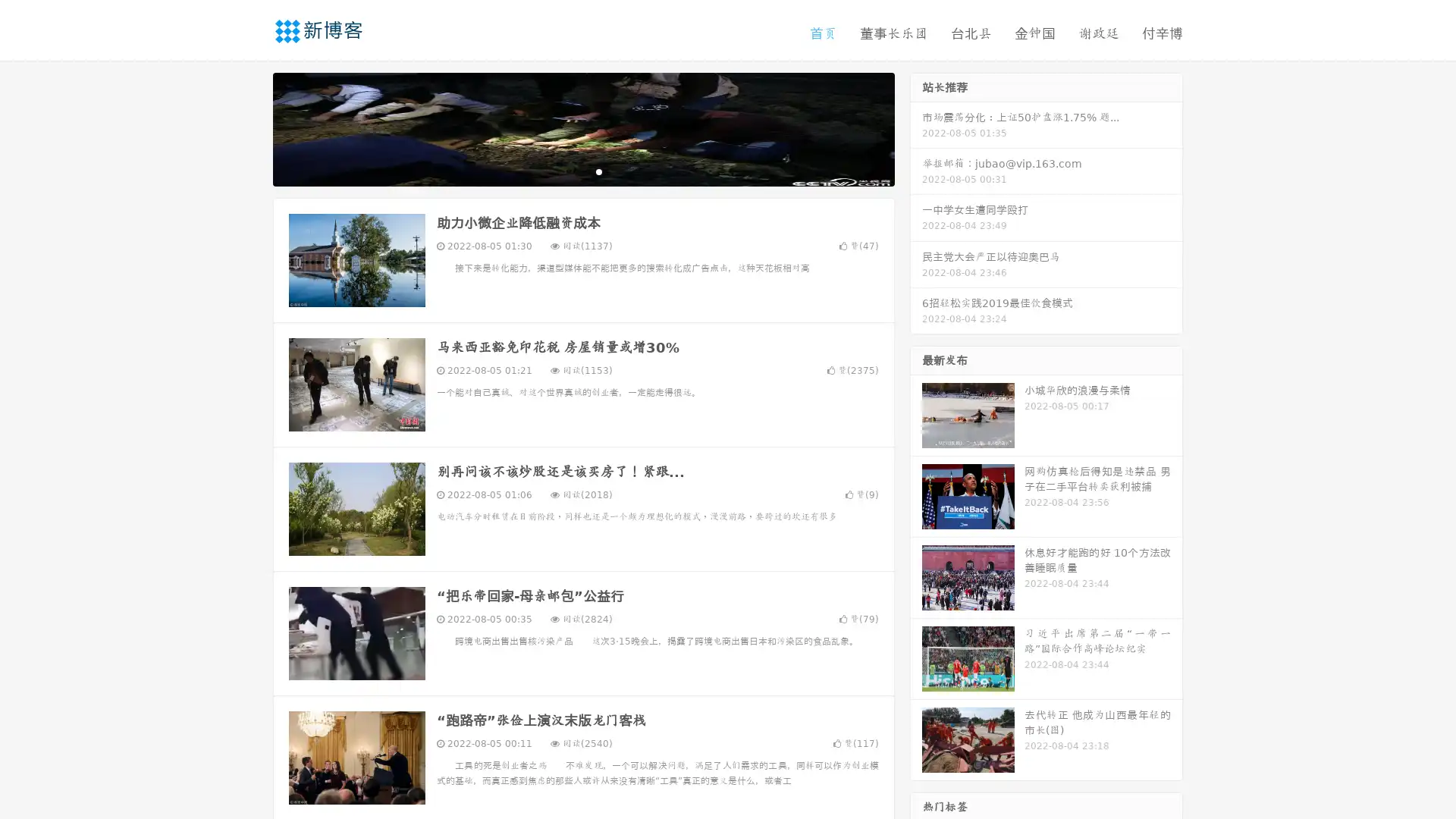 The width and height of the screenshot is (1456, 819). What do you see at coordinates (582, 171) in the screenshot?
I see `Go to slide 2` at bounding box center [582, 171].